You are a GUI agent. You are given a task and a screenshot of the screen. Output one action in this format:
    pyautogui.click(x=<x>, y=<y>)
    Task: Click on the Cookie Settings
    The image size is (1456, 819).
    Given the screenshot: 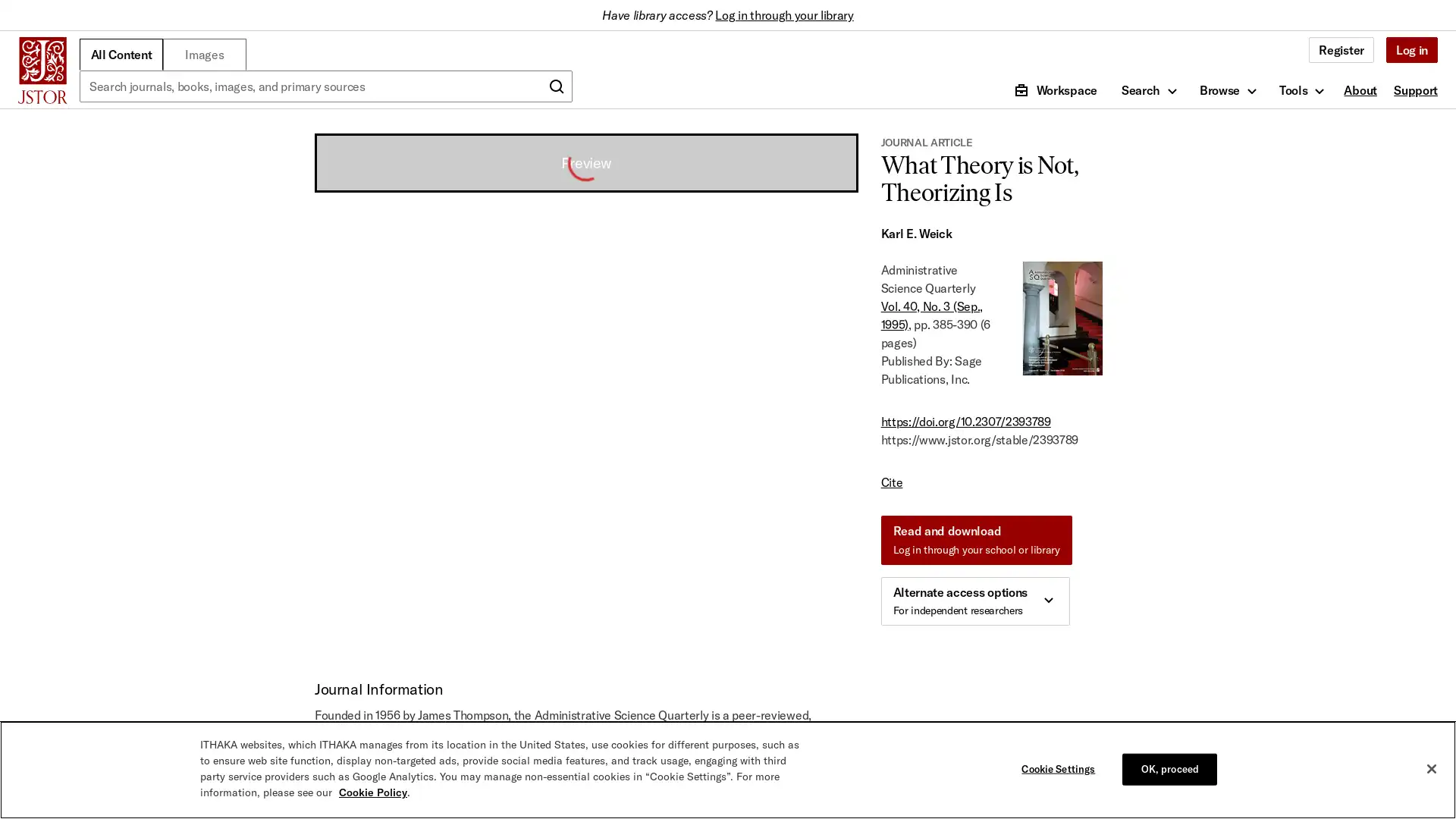 What is the action you would take?
    pyautogui.click(x=1061, y=769)
    